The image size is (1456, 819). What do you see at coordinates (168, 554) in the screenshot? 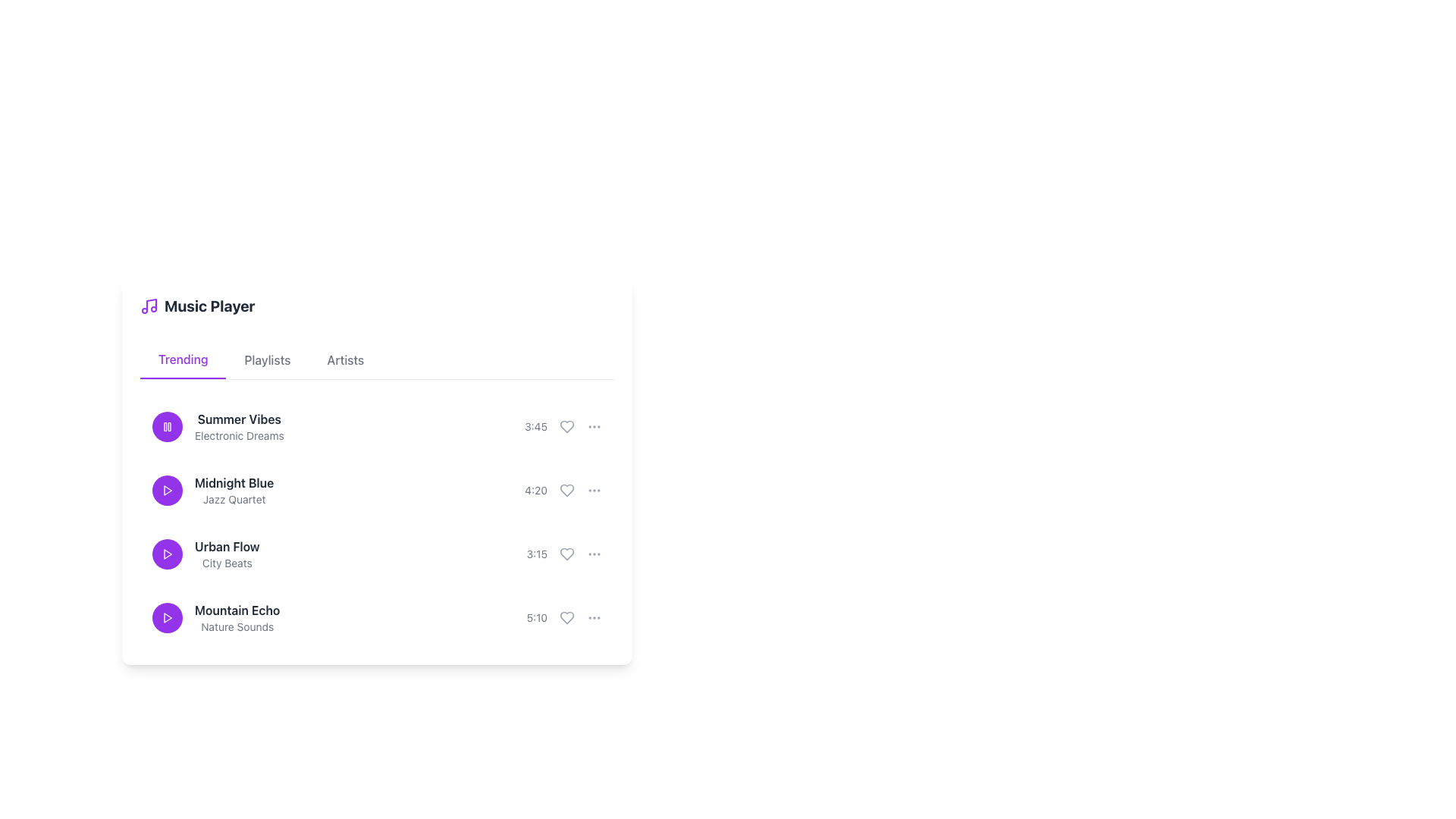
I see `the vector graphic play button for the song 'Urban Flow' located in the third row of the music player's 'Trending' section to trigger a tooltip or visual effect` at bounding box center [168, 554].